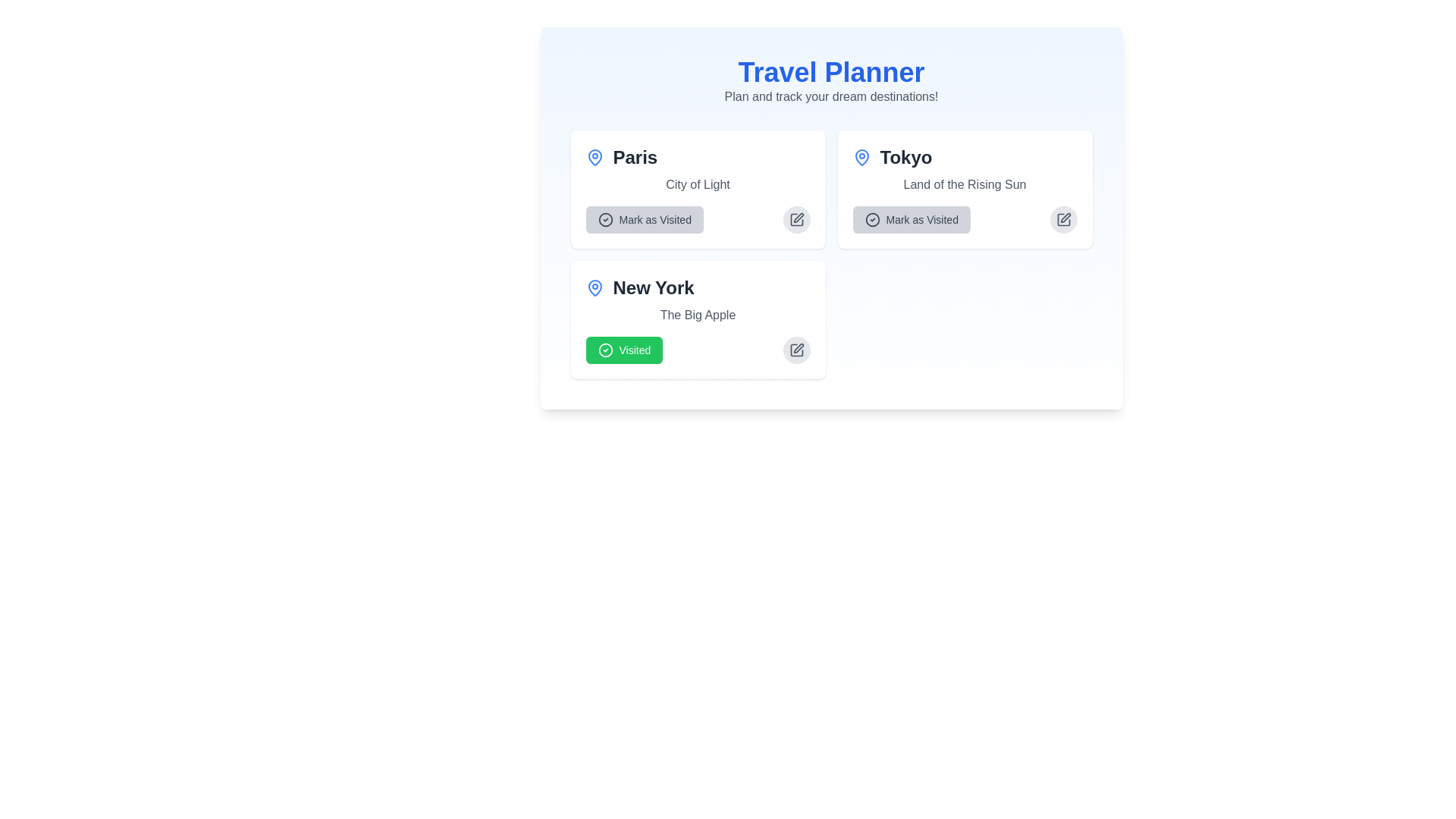 This screenshot has width=1456, height=819. What do you see at coordinates (797, 218) in the screenshot?
I see `the edit icon located within the square pen icon on the right side of the panel for the Paris destination, which is the first destination in the top left of the layout` at bounding box center [797, 218].